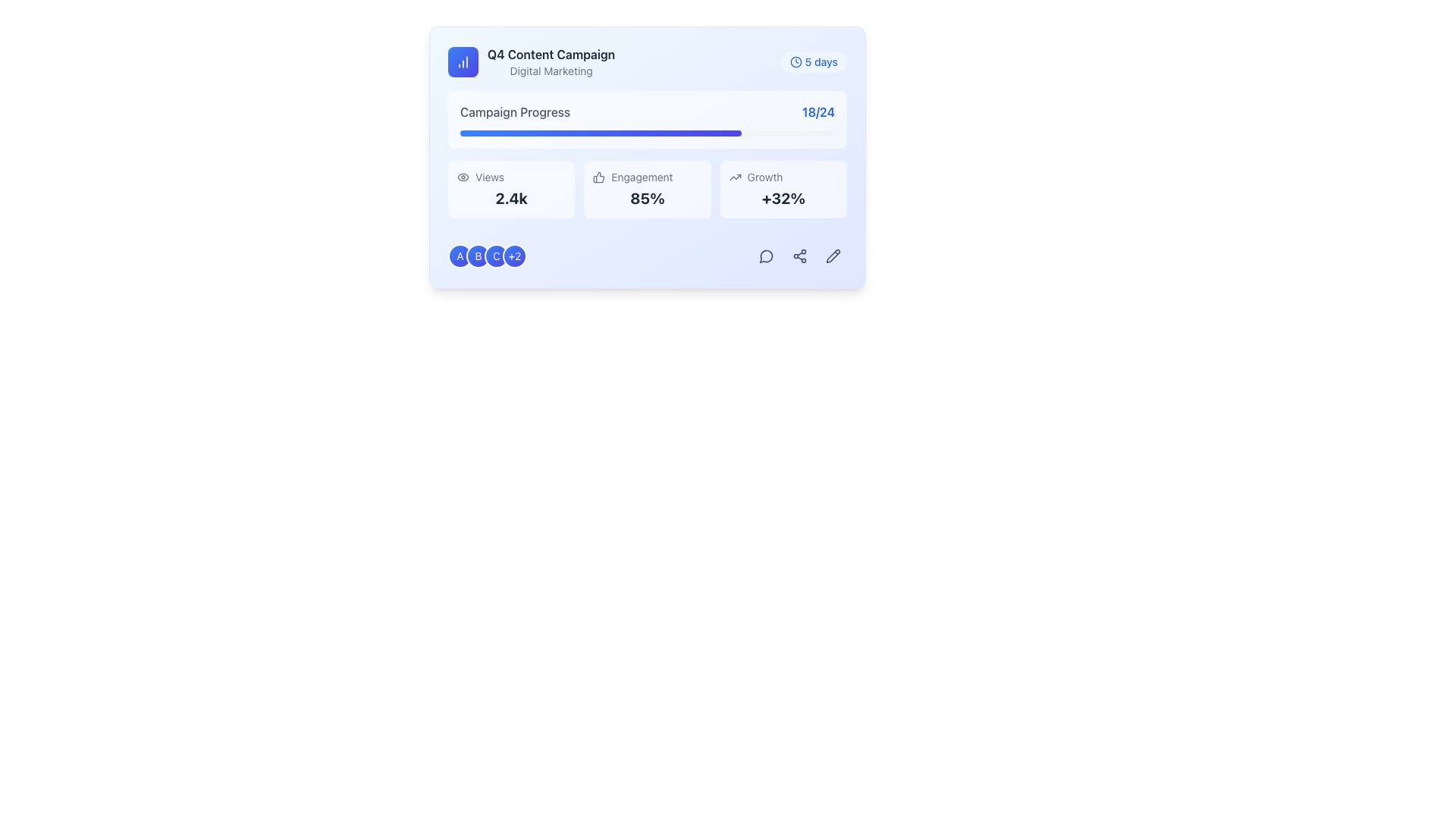 Image resolution: width=1456 pixels, height=819 pixels. Describe the element at coordinates (767, 256) in the screenshot. I see `the circular speech bubble icon with a hollow center located at the bottom-right corner of the card` at that location.